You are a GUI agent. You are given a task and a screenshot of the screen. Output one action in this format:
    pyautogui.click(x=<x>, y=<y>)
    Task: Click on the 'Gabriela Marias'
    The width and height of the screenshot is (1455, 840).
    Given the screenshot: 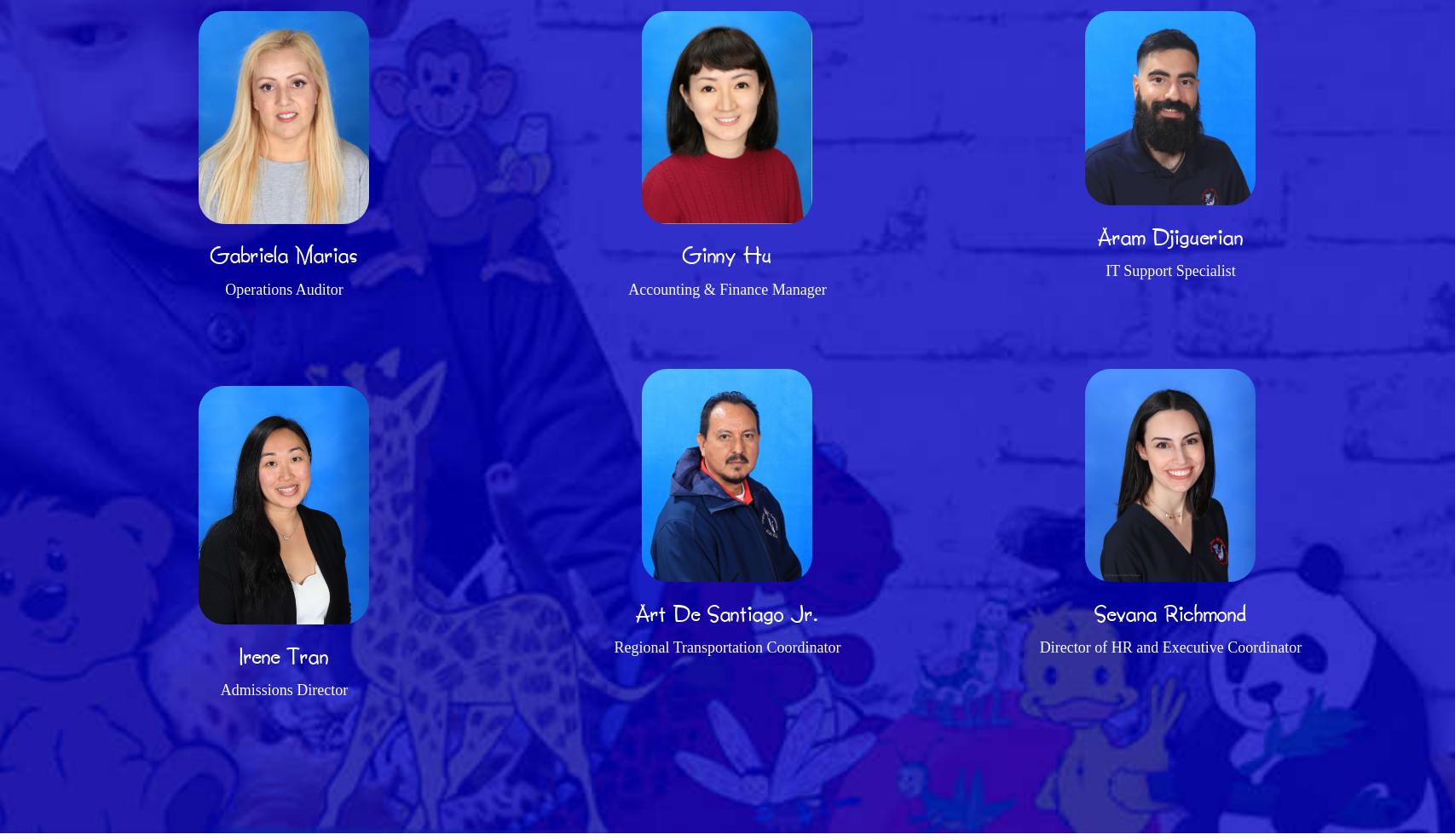 What is the action you would take?
    pyautogui.click(x=284, y=254)
    